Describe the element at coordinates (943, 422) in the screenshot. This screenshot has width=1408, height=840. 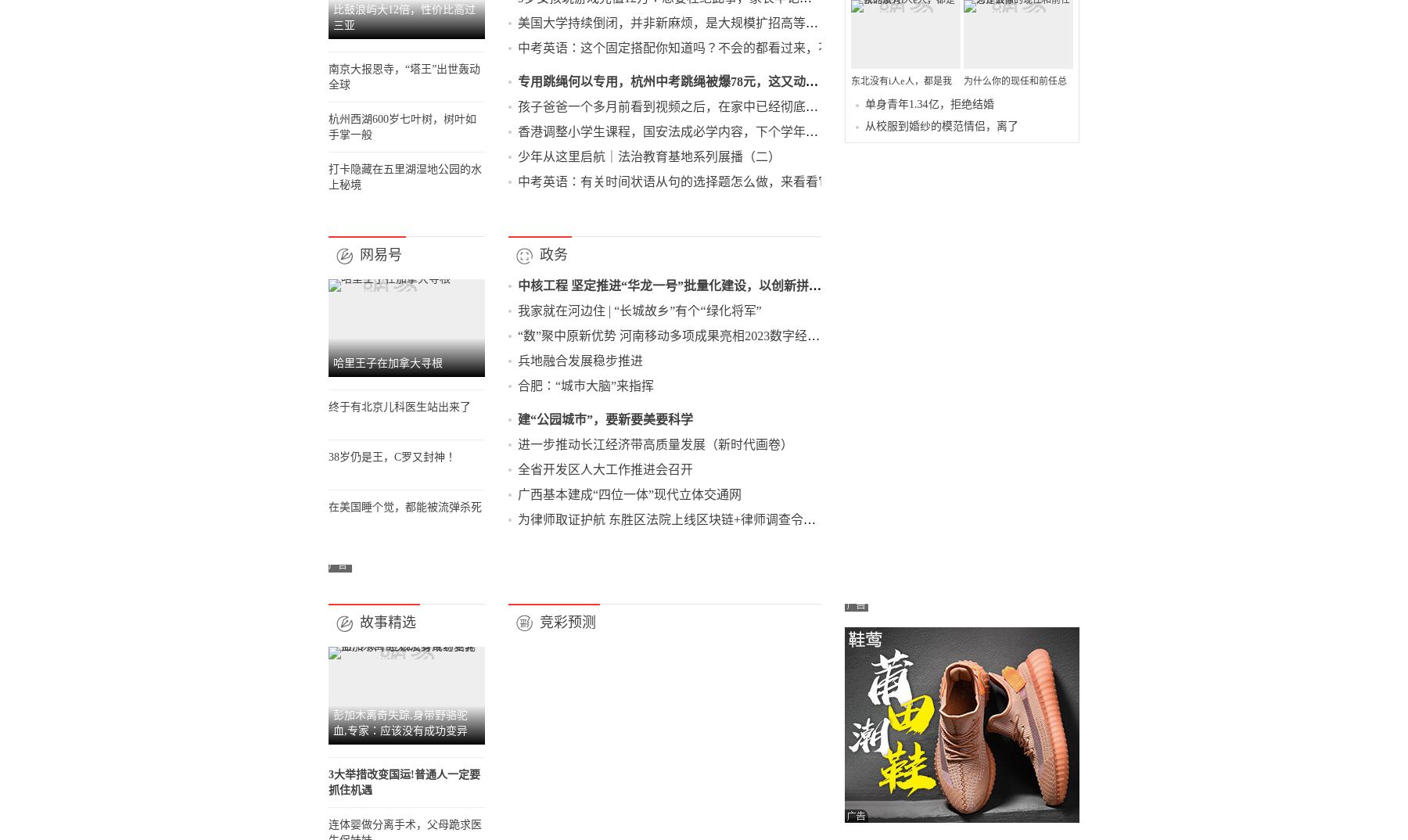
I see `'东北没有i人e人，都是我的家人'` at that location.